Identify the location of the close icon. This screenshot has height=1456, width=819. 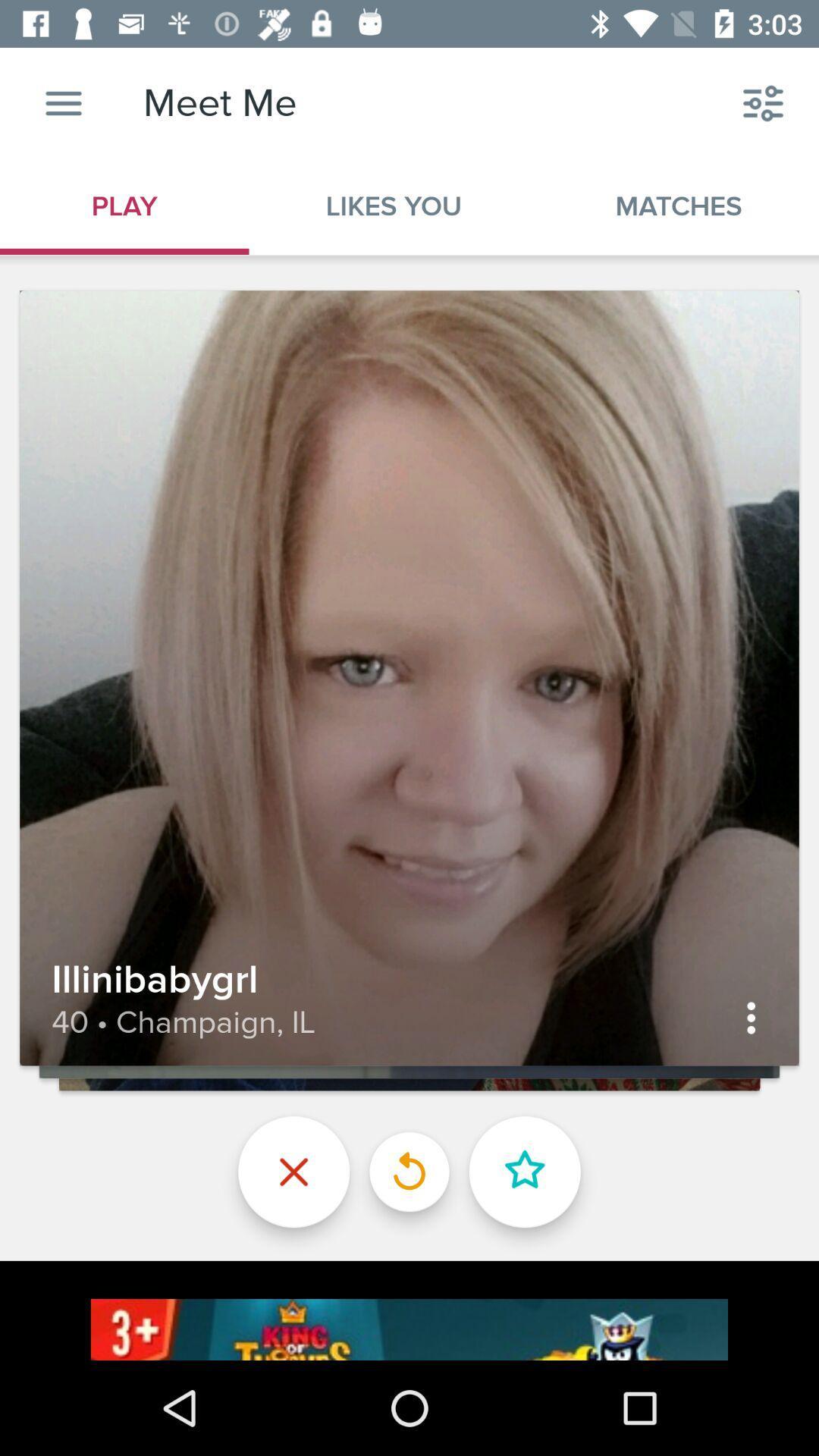
(293, 1171).